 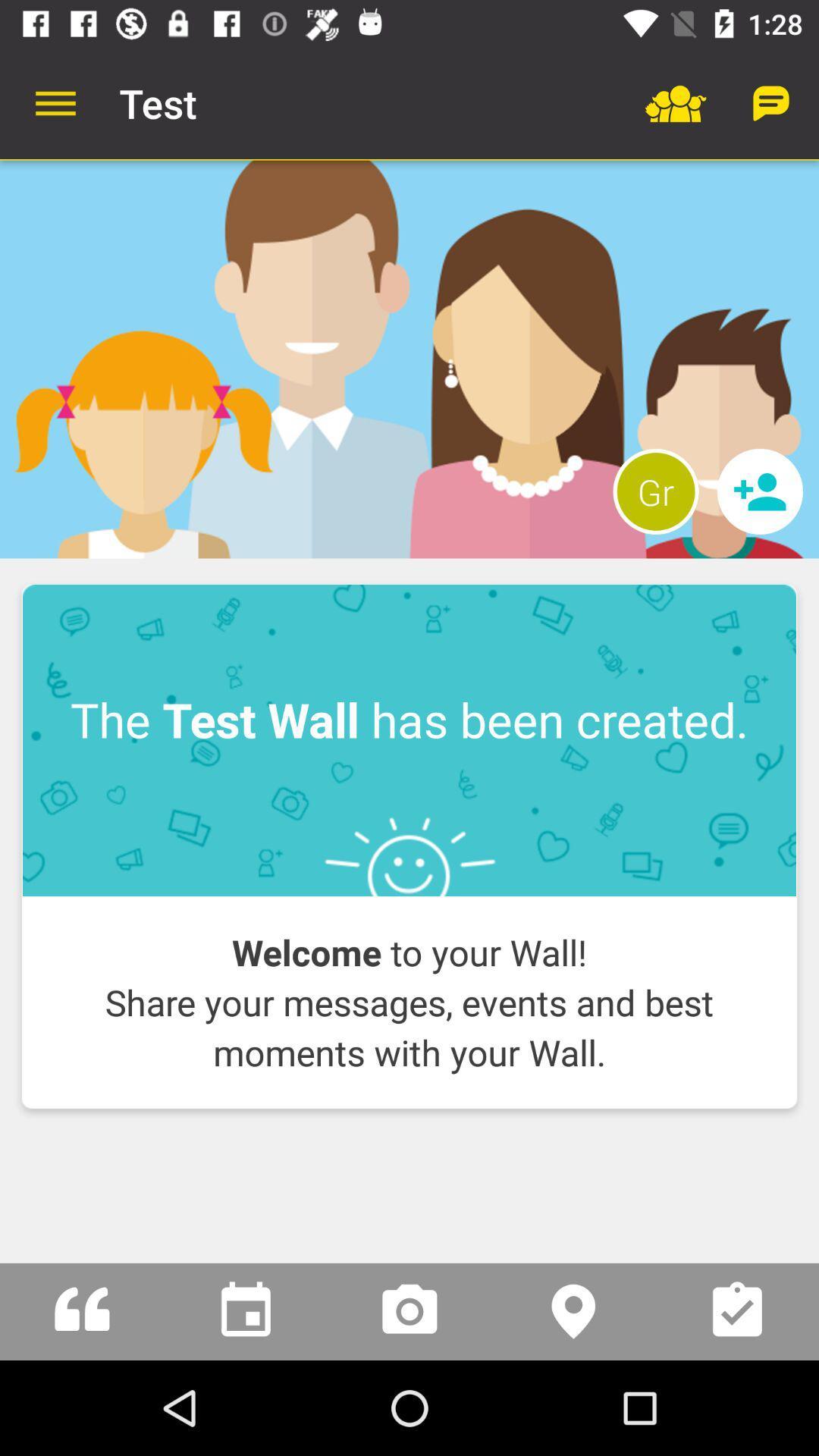 What do you see at coordinates (409, 740) in the screenshot?
I see `item above the welcome to your` at bounding box center [409, 740].